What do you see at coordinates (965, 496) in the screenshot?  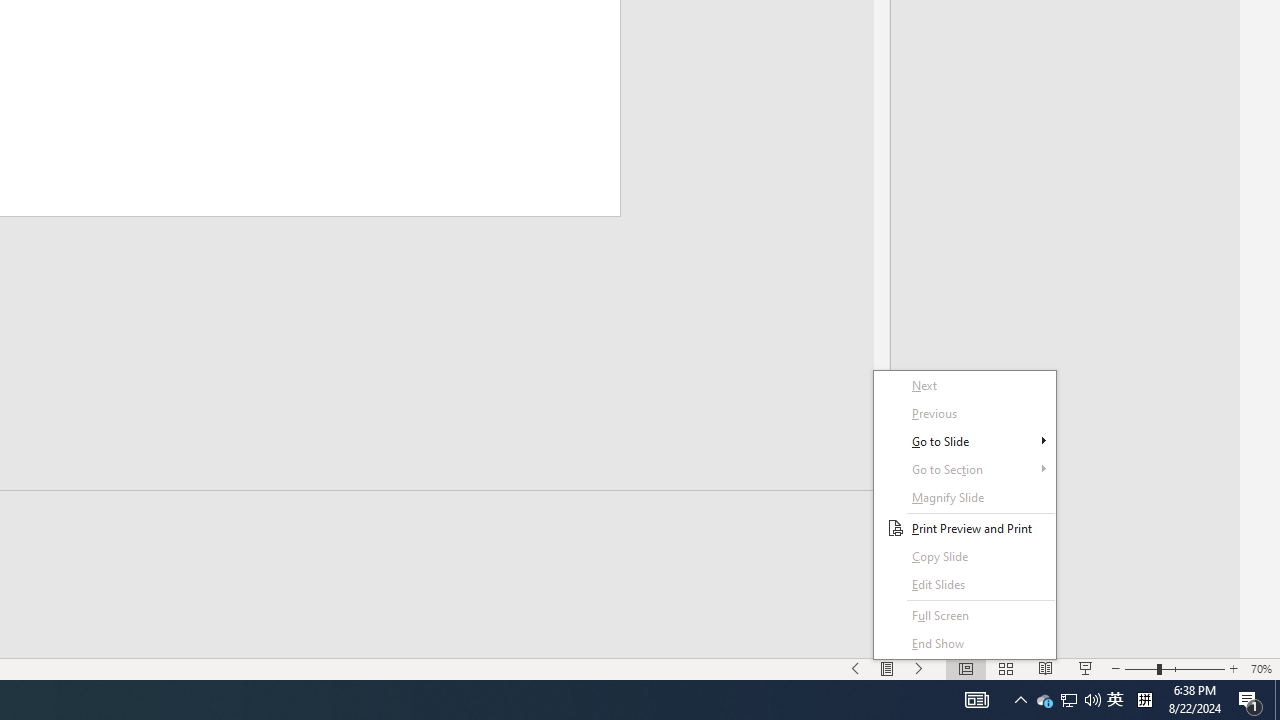 I see `'Go to Section'` at bounding box center [965, 496].